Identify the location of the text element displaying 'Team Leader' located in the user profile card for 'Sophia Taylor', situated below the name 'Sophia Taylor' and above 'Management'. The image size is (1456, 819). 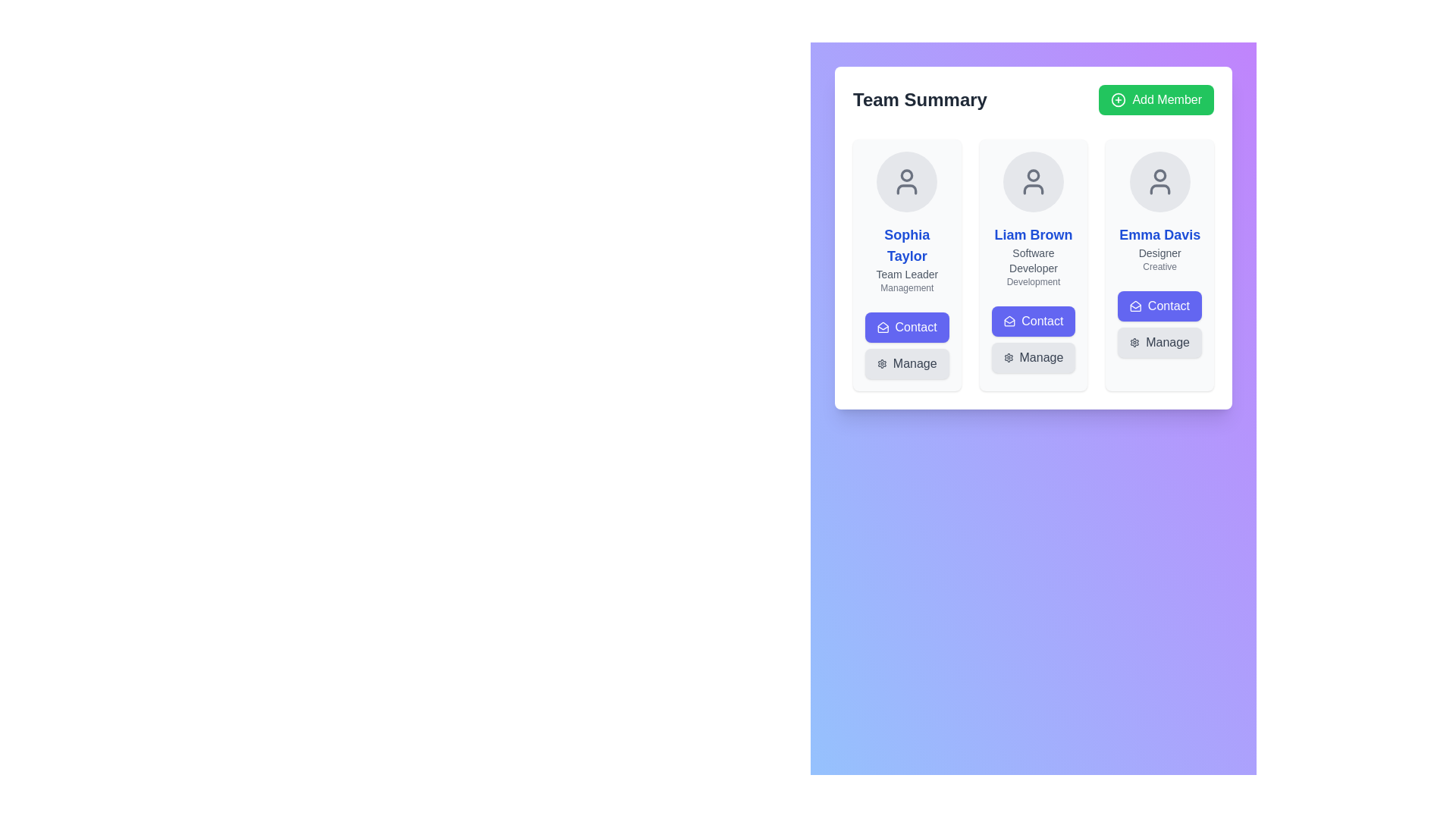
(907, 275).